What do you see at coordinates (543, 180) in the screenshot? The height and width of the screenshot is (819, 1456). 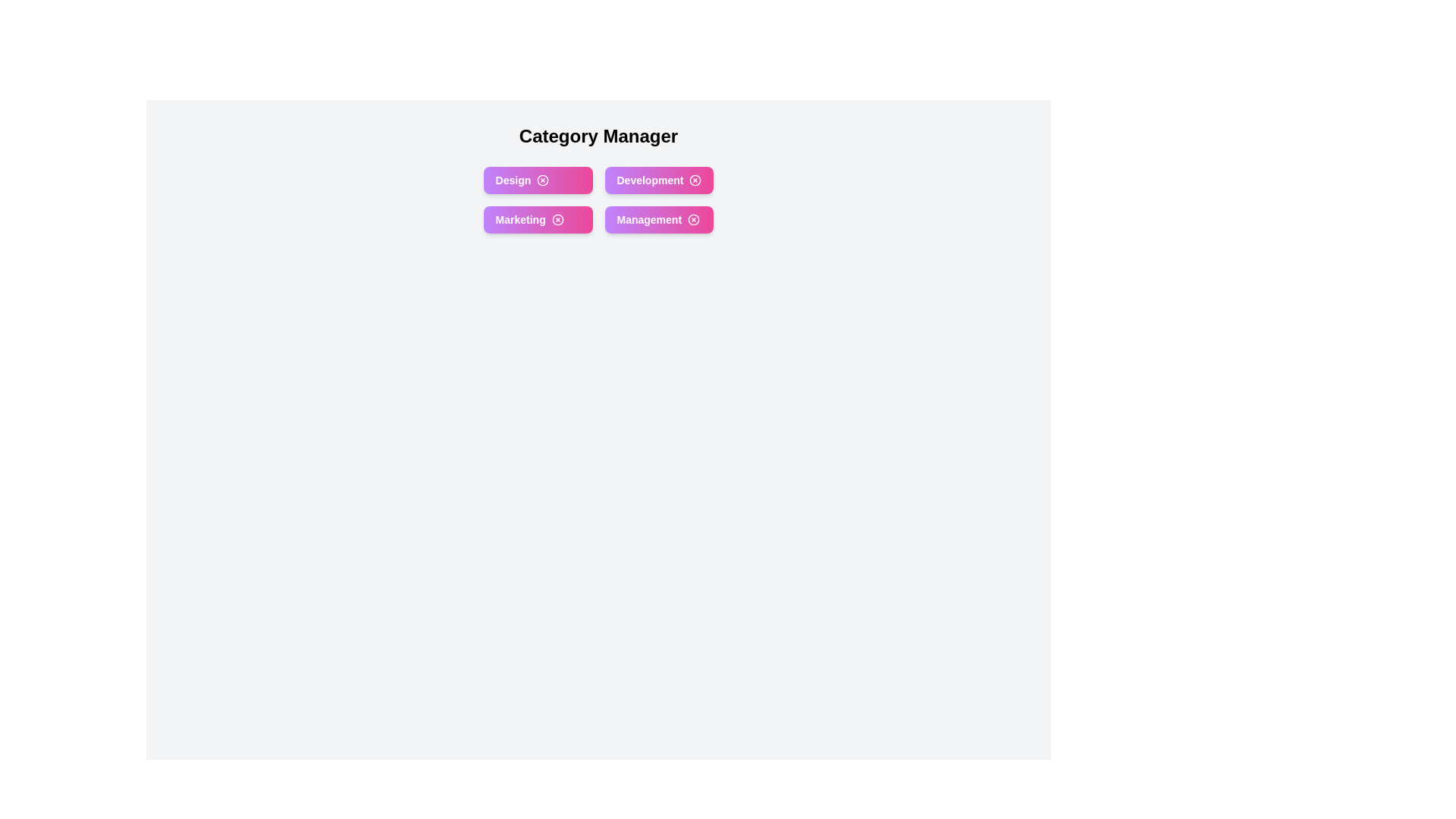 I see `close button on the category chip labeled Design to remove it` at bounding box center [543, 180].